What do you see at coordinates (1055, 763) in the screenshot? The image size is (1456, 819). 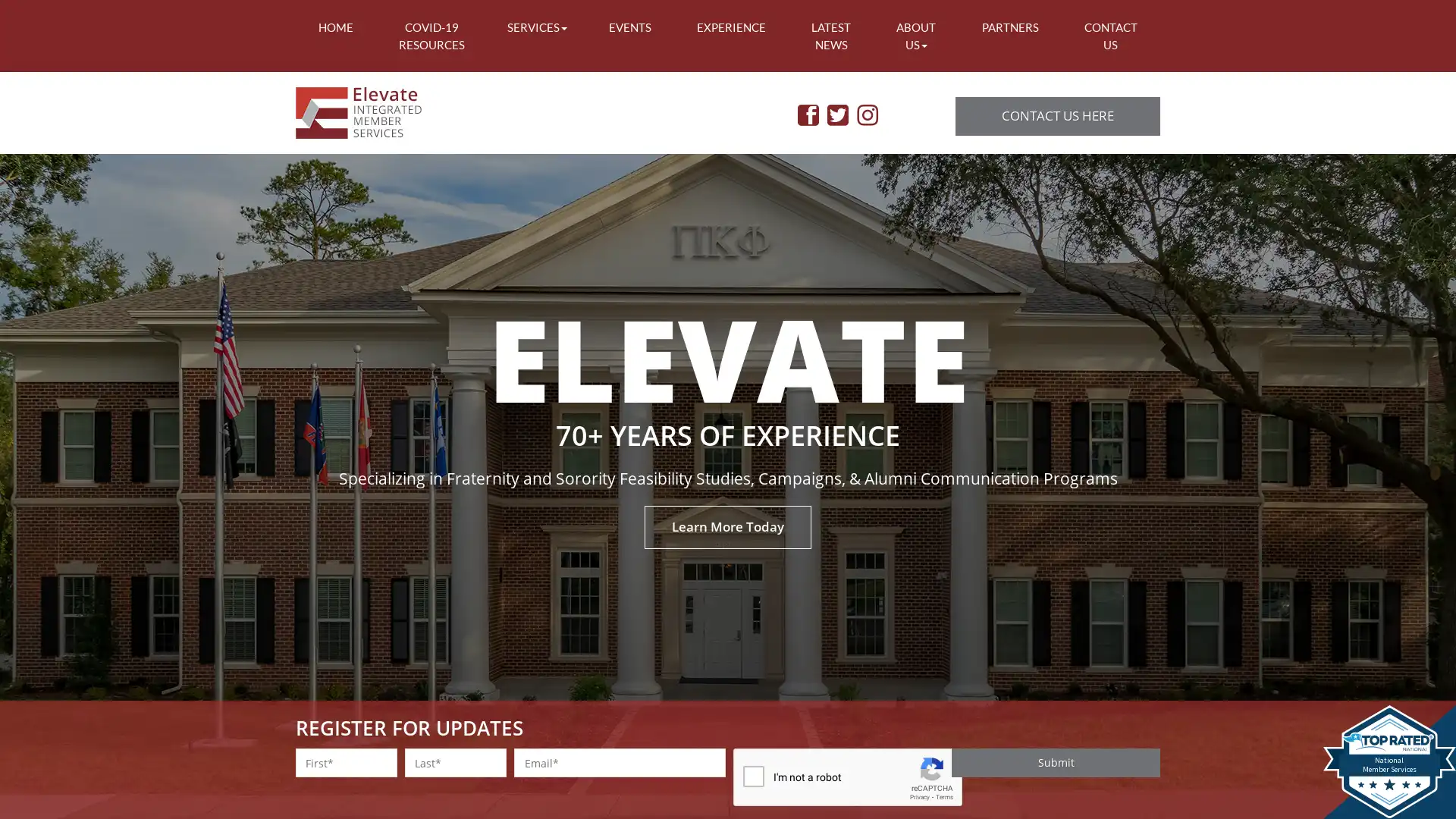 I see `Submit` at bounding box center [1055, 763].